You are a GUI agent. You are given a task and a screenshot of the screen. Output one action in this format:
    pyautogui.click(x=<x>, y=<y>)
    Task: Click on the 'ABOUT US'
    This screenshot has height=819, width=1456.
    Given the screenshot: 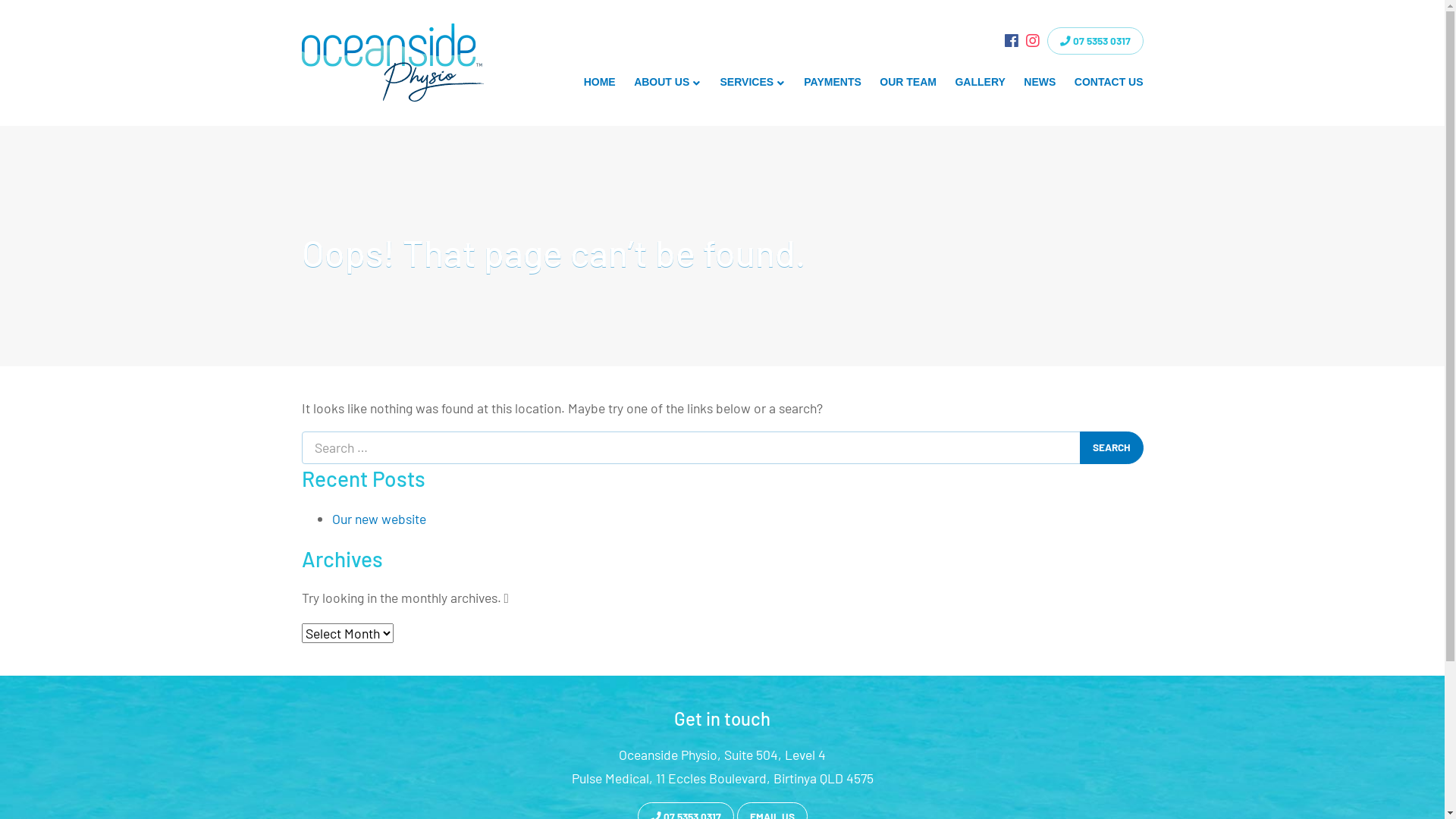 What is the action you would take?
    pyautogui.click(x=667, y=82)
    